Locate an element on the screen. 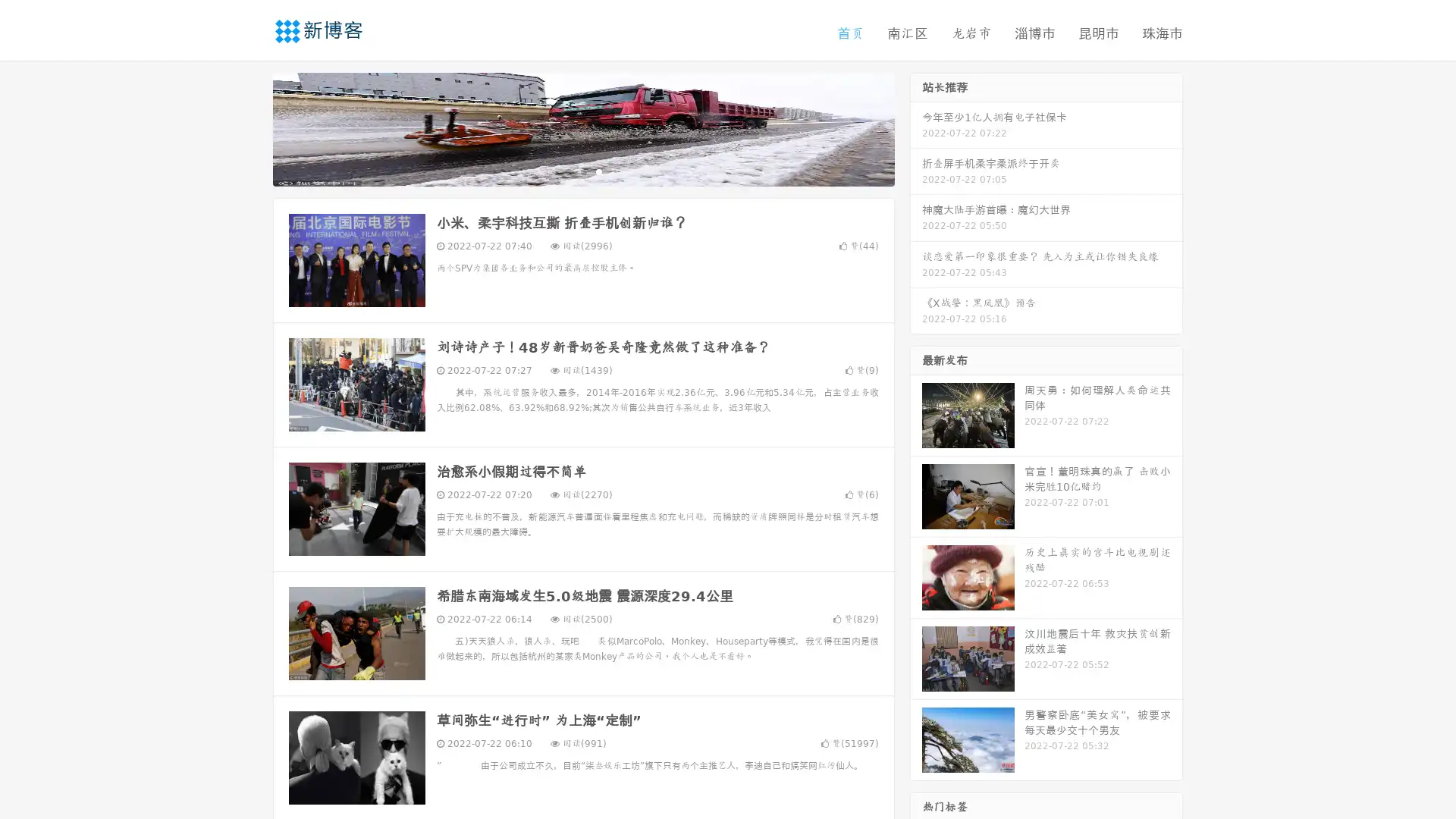 This screenshot has height=819, width=1456. Go to slide 3 is located at coordinates (598, 171).